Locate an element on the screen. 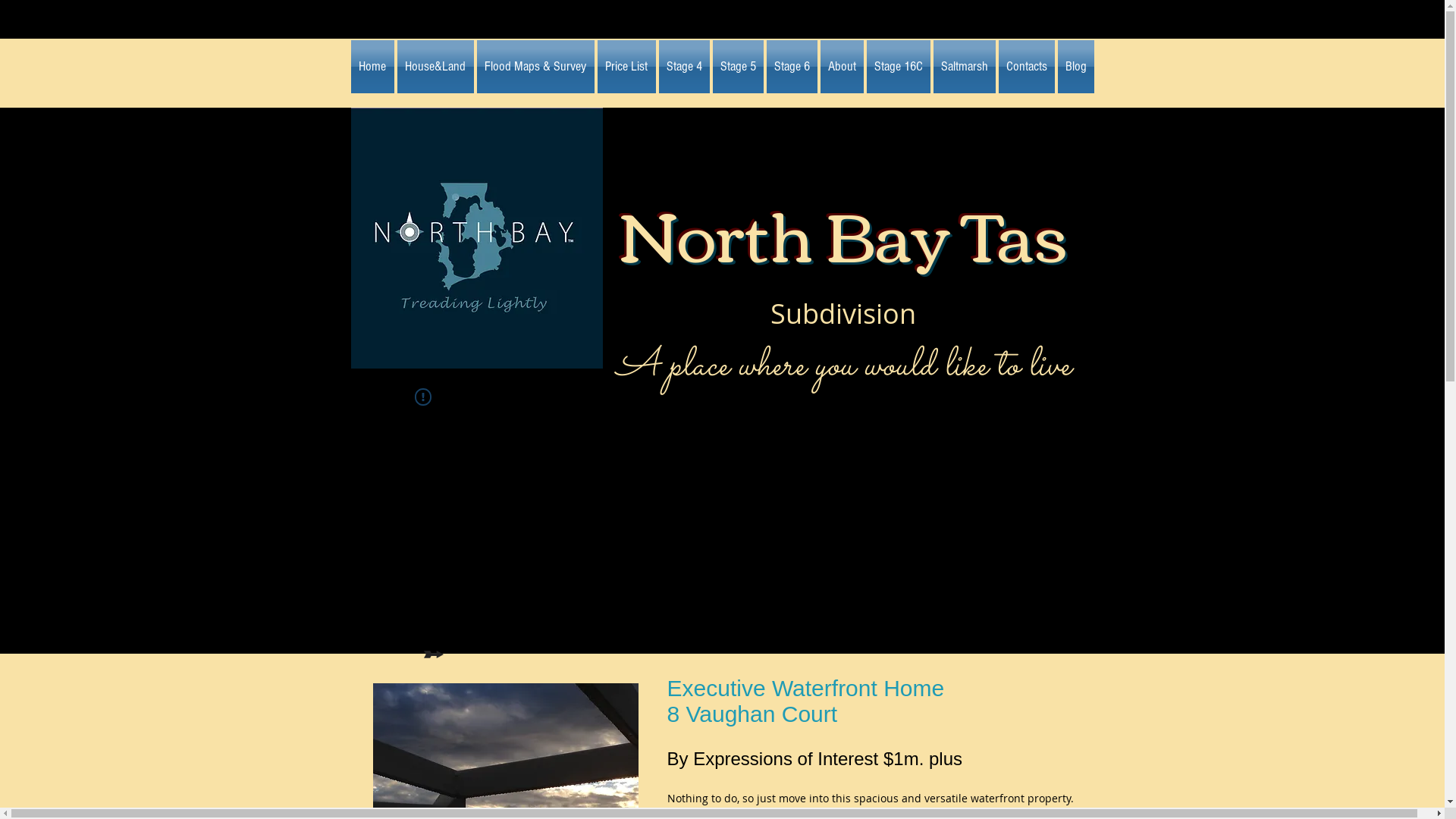 Image resolution: width=1456 pixels, height=819 pixels. 'Contacts' is located at coordinates (996, 66).